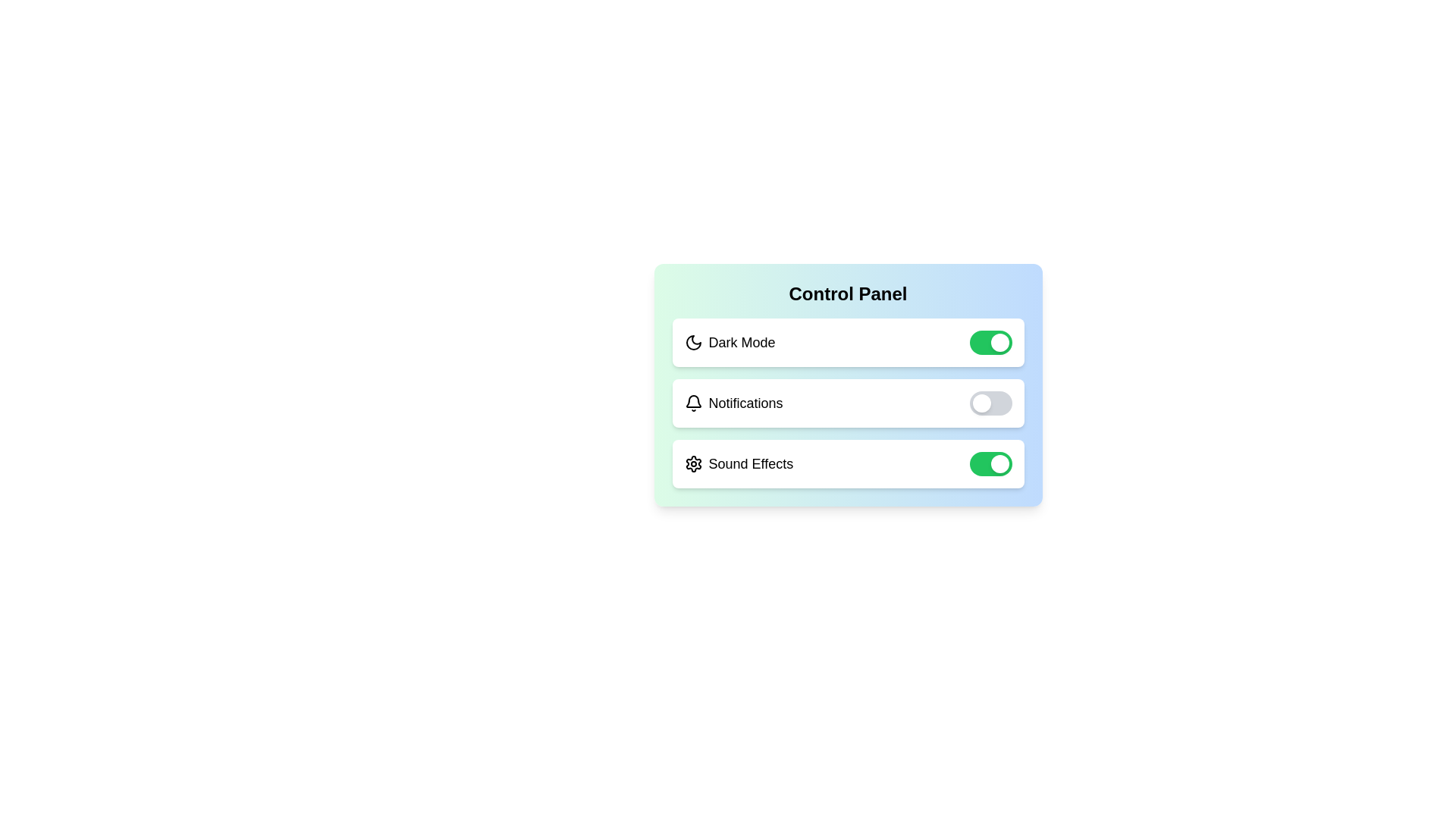 This screenshot has width=1456, height=819. I want to click on the Moon icon to display additional information, so click(692, 342).